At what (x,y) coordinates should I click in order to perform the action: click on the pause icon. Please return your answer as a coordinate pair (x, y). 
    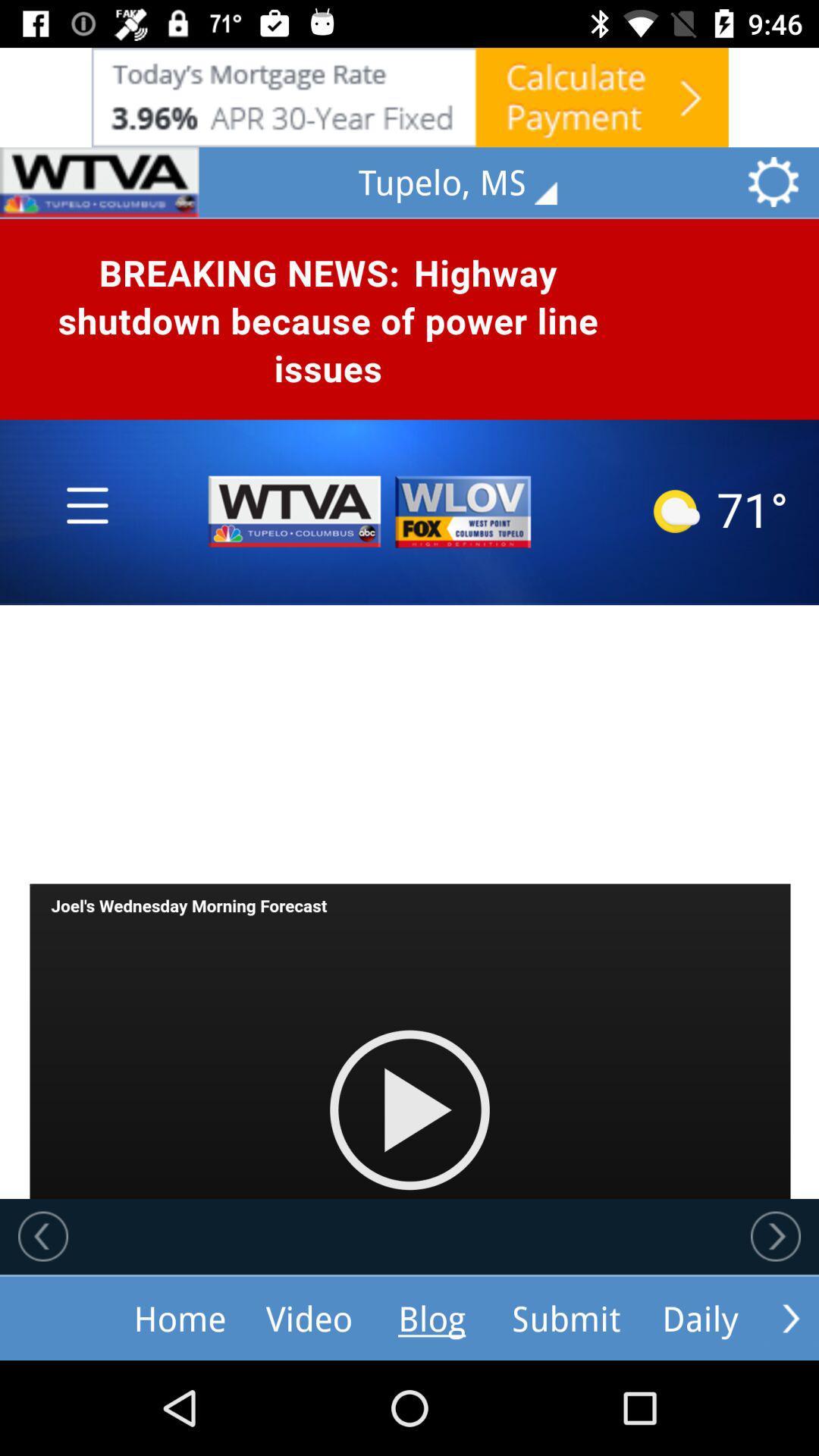
    Looking at the image, I should click on (99, 182).